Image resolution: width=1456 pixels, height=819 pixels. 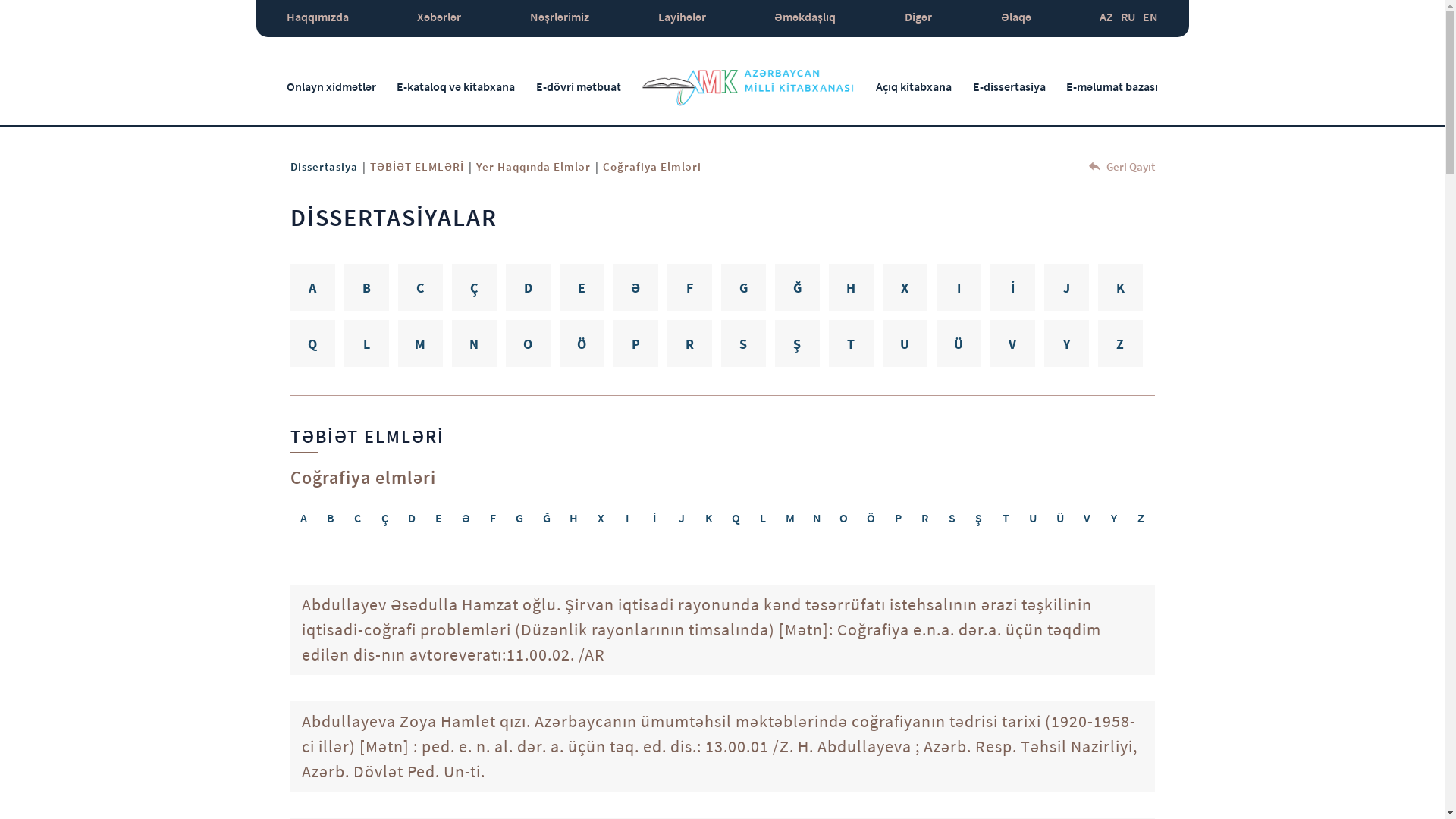 I want to click on 'G', so click(x=520, y=516).